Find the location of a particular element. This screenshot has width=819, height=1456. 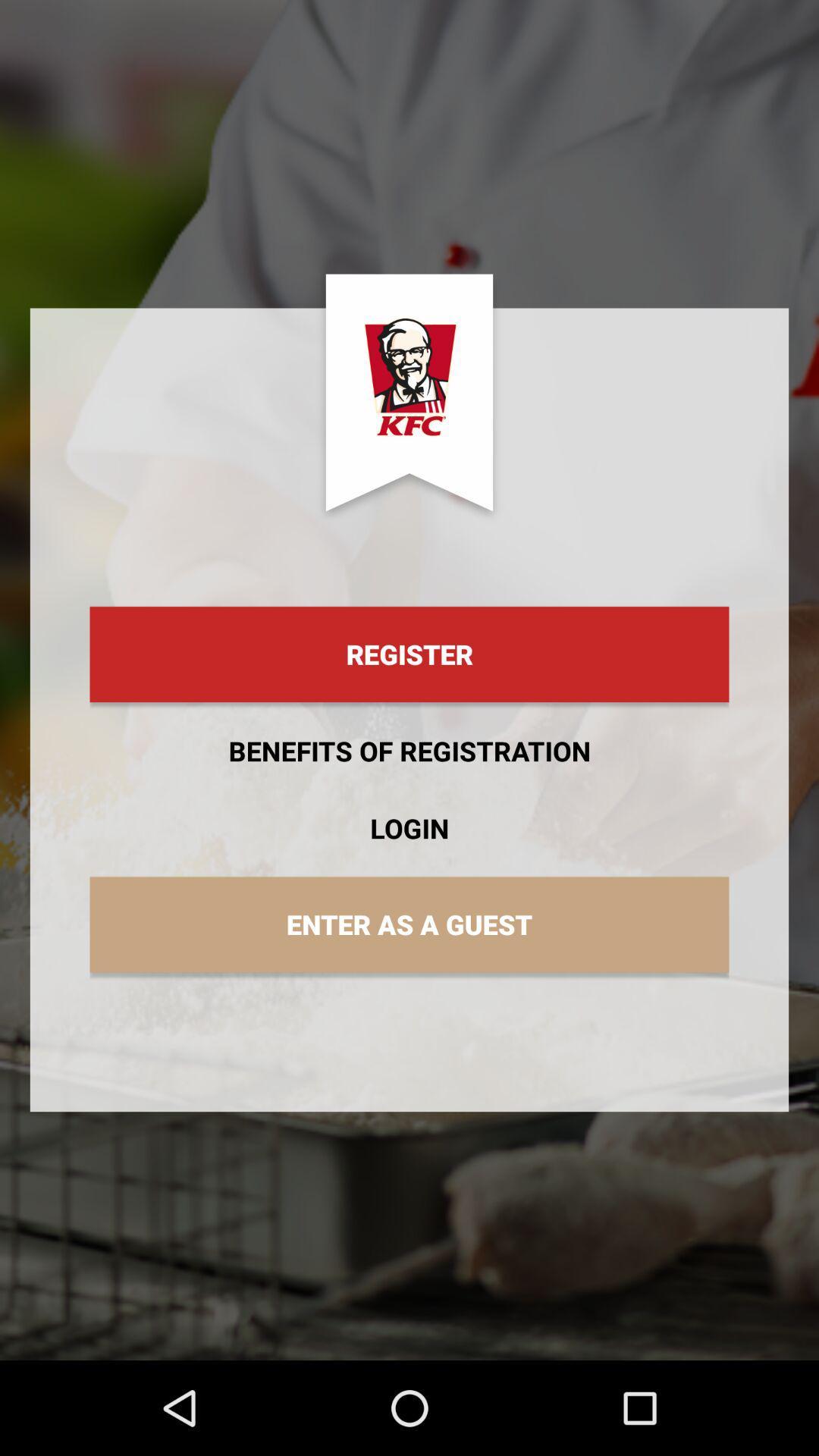

the register icon is located at coordinates (409, 654).